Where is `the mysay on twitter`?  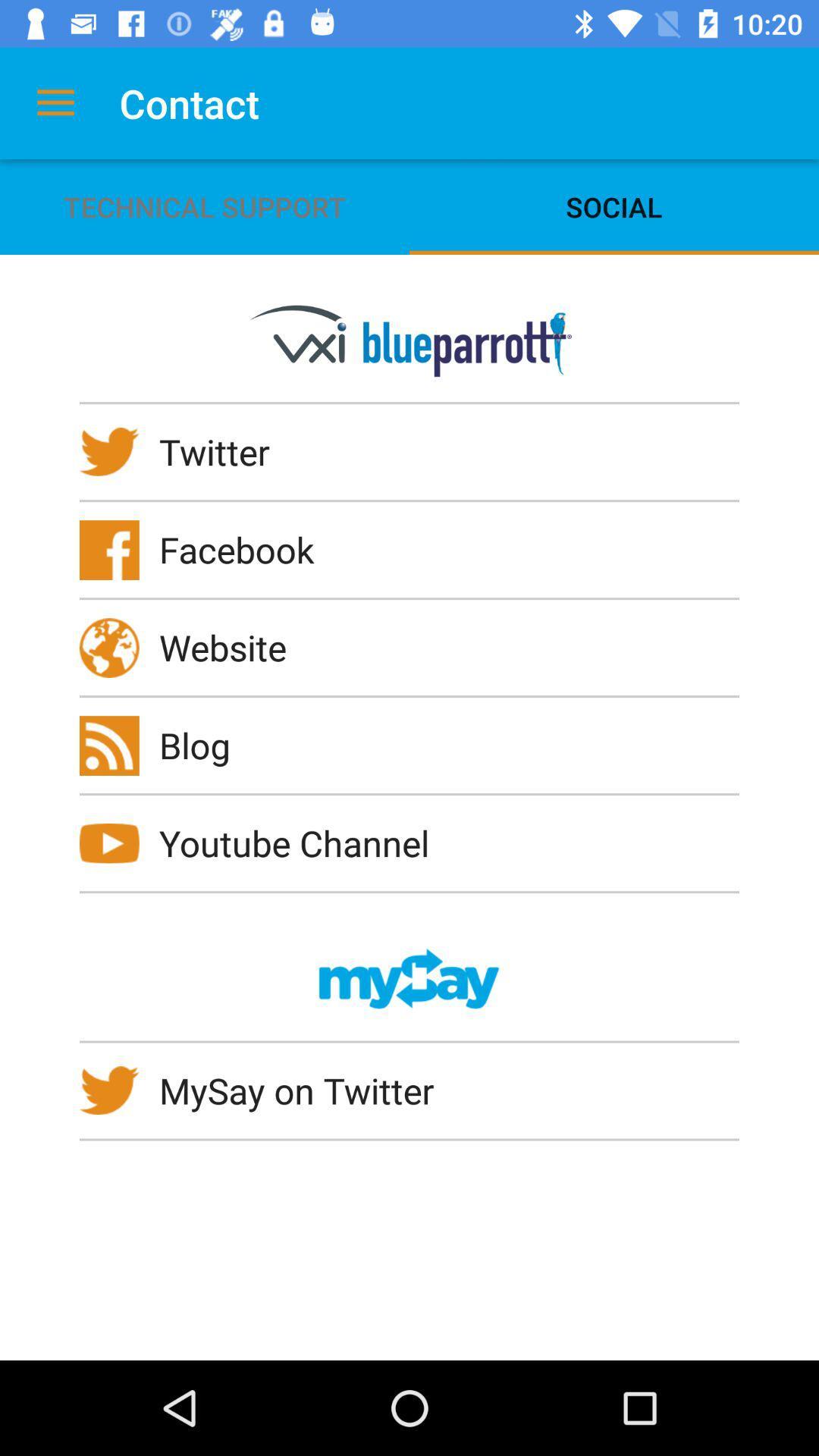 the mysay on twitter is located at coordinates (306, 1090).